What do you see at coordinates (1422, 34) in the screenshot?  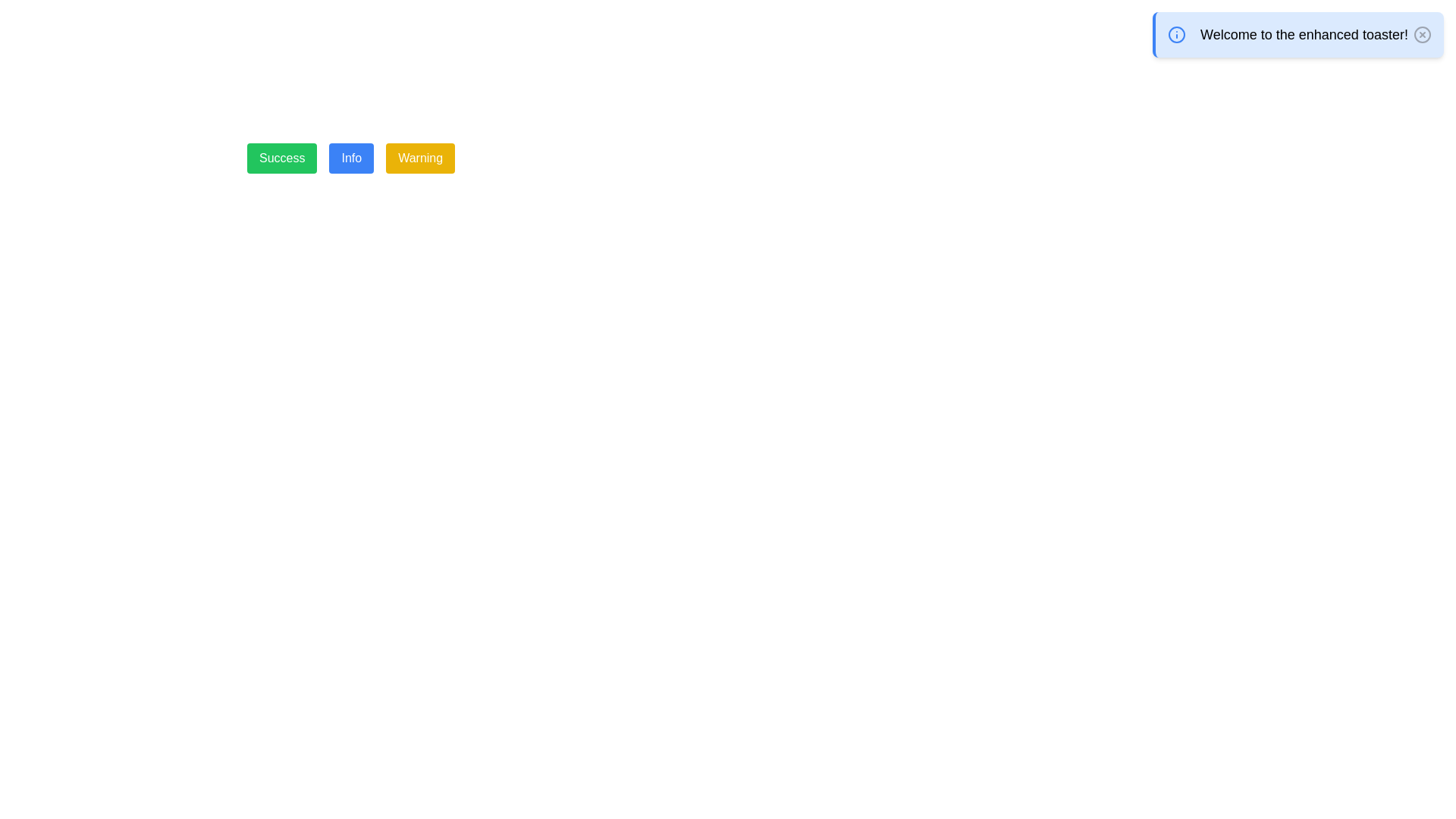 I see `the close button on the right side of the notification box` at bounding box center [1422, 34].